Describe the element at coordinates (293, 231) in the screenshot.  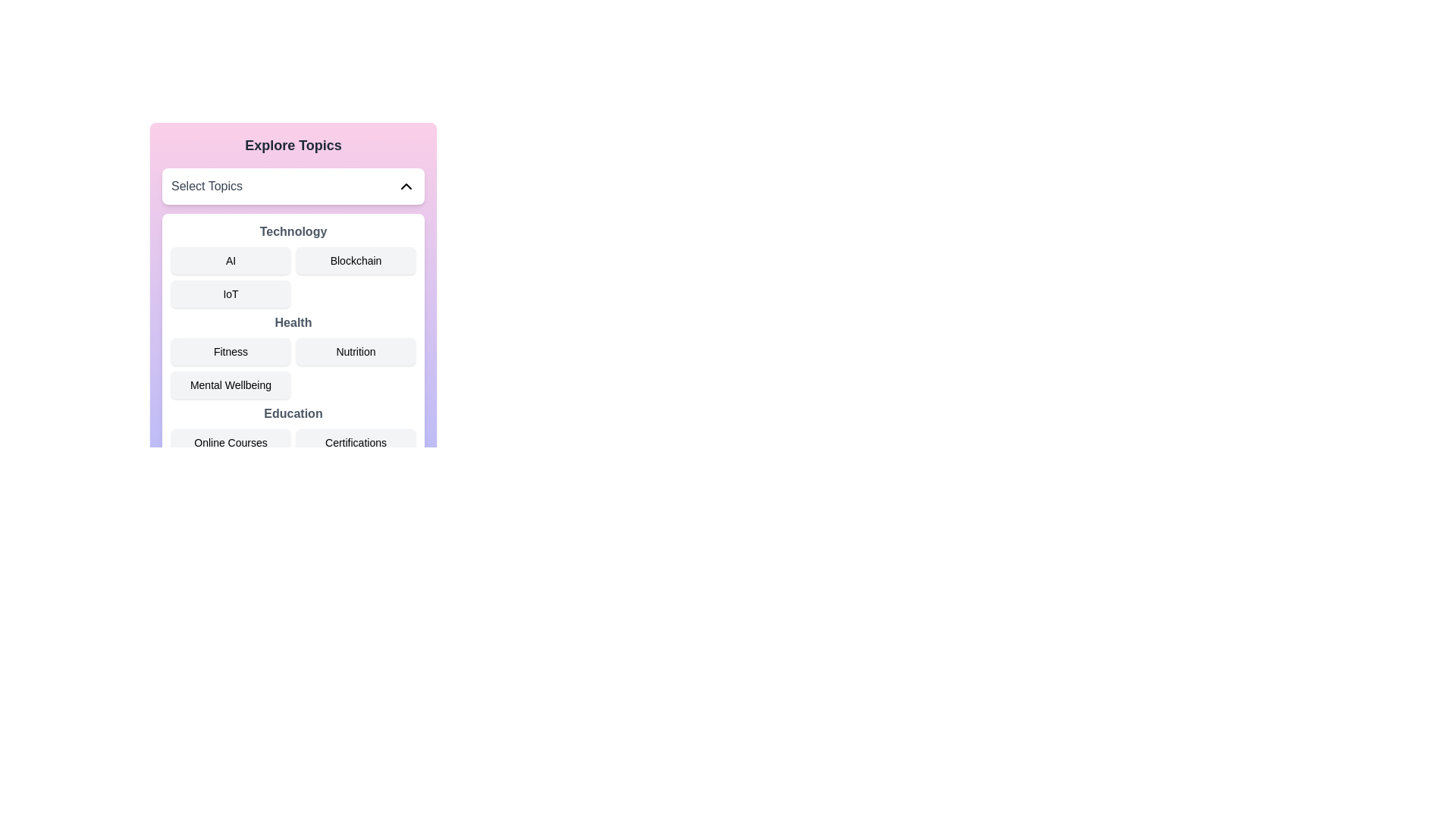
I see `the text label heading that serves as a title for the group of buttons (AI, Blockchain, IoT) to potentially reveal more options or details` at that location.